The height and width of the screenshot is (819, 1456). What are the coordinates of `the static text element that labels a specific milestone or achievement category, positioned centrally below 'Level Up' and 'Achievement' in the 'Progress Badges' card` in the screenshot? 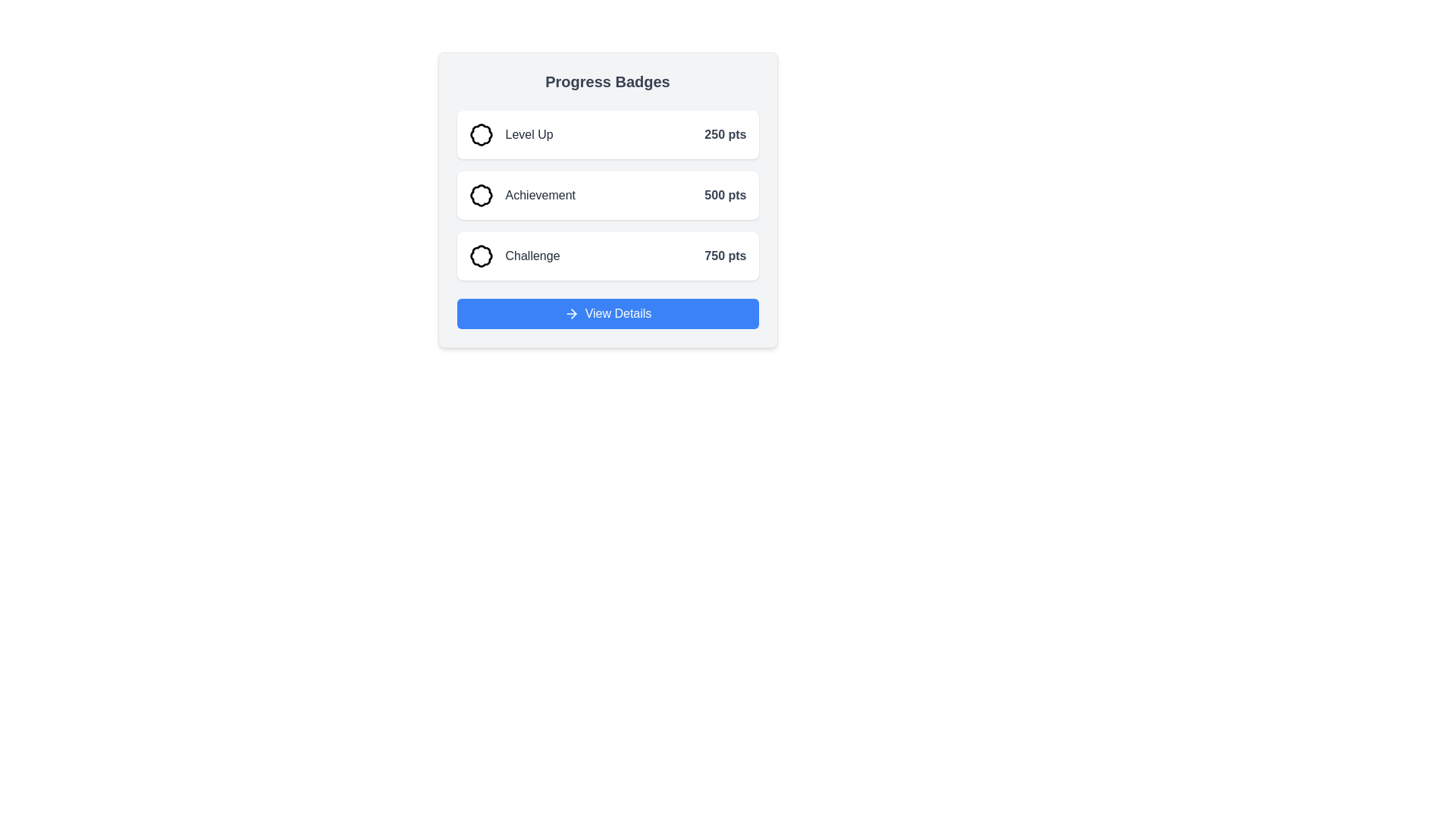 It's located at (532, 256).